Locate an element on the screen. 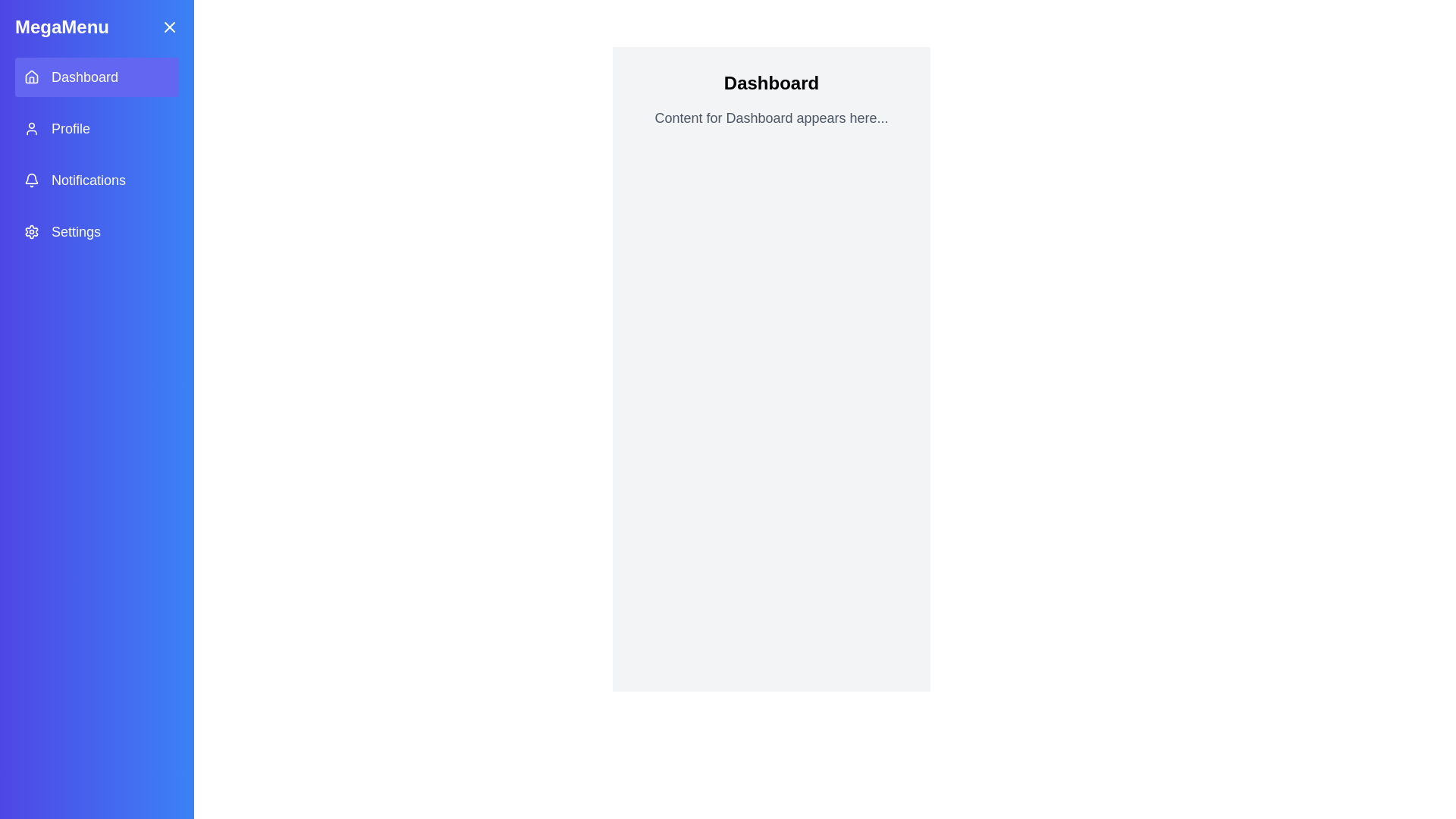 This screenshot has height=819, width=1456. the cogwheel icon indicating the 'Settings' option in the navigation menu via keyboard navigation for accessibility is located at coordinates (32, 231).